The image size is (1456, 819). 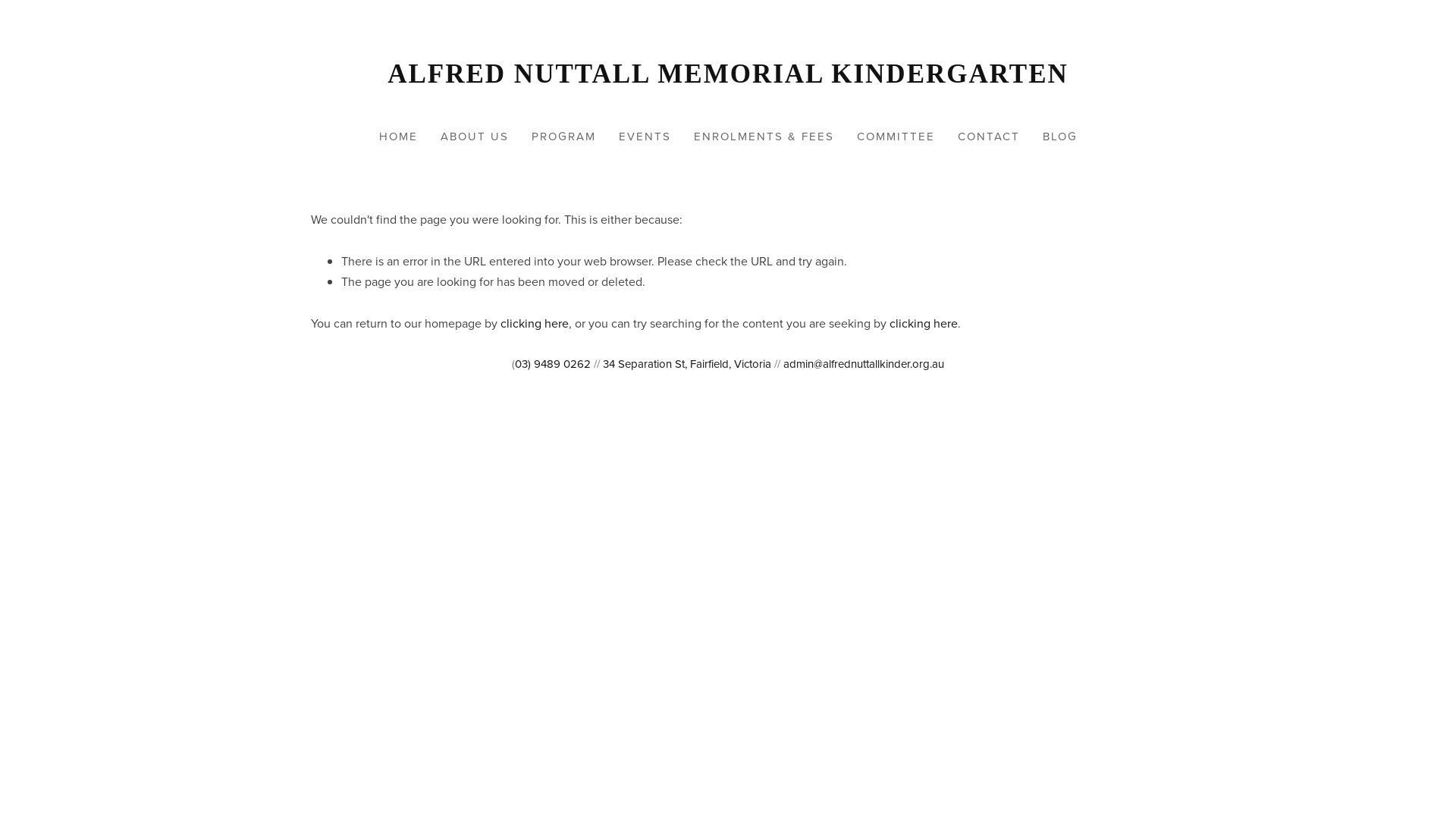 What do you see at coordinates (946, 136) in the screenshot?
I see `'CONTACT'` at bounding box center [946, 136].